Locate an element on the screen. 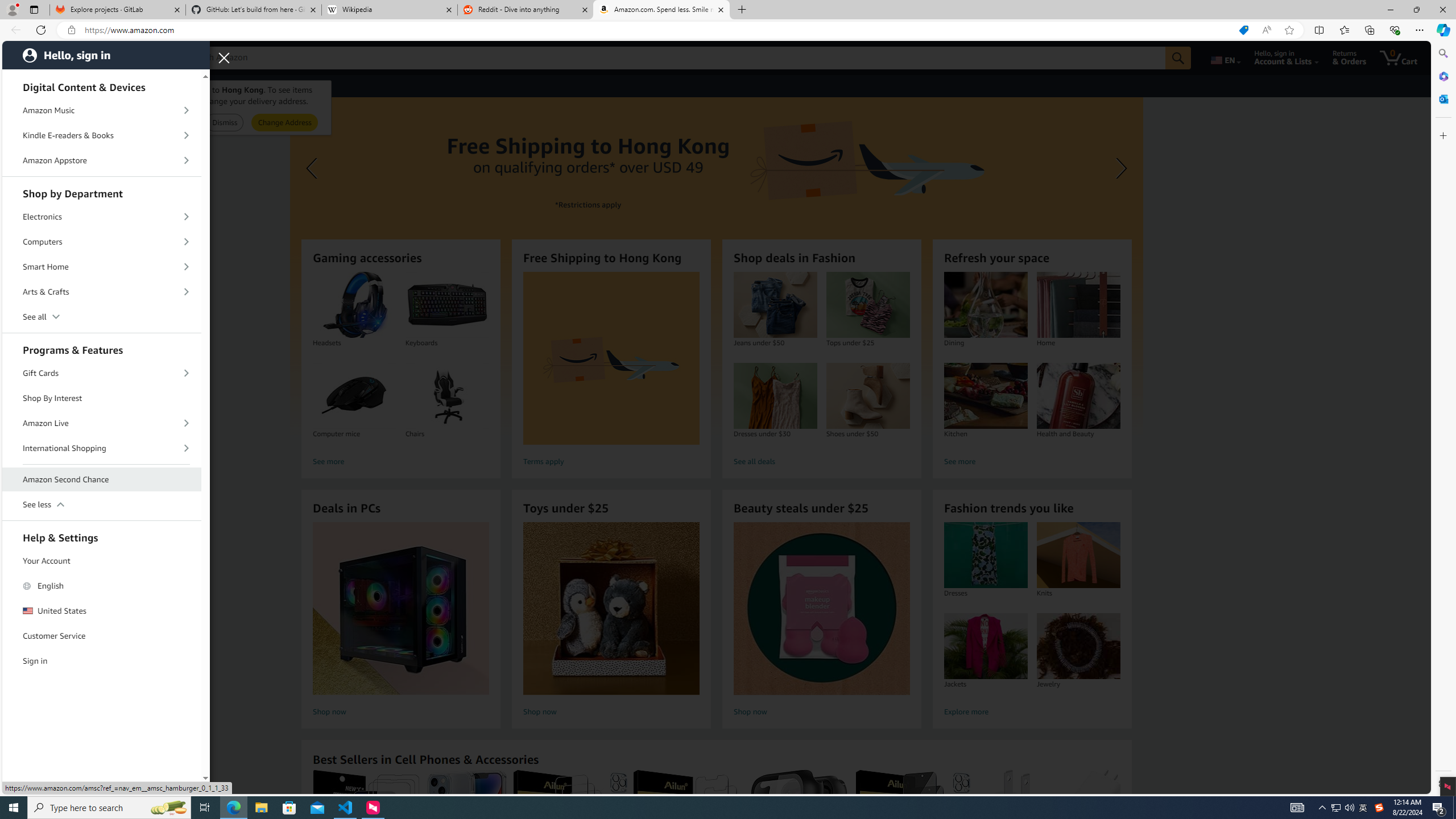 This screenshot has height=819, width=1456. 'English' is located at coordinates (102, 586).